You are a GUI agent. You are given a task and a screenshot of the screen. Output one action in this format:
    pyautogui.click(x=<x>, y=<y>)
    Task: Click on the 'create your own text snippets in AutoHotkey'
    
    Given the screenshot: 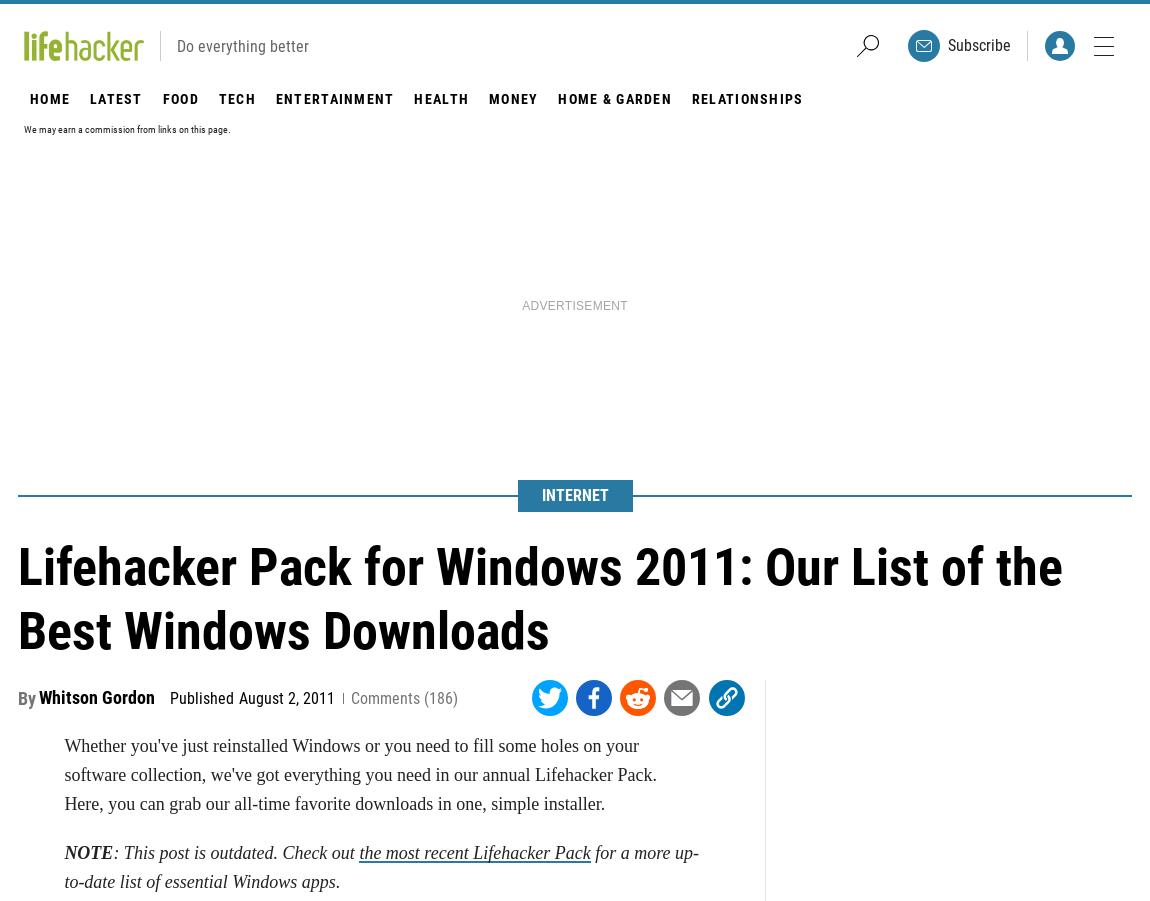 What is the action you would take?
    pyautogui.click(x=366, y=56)
    